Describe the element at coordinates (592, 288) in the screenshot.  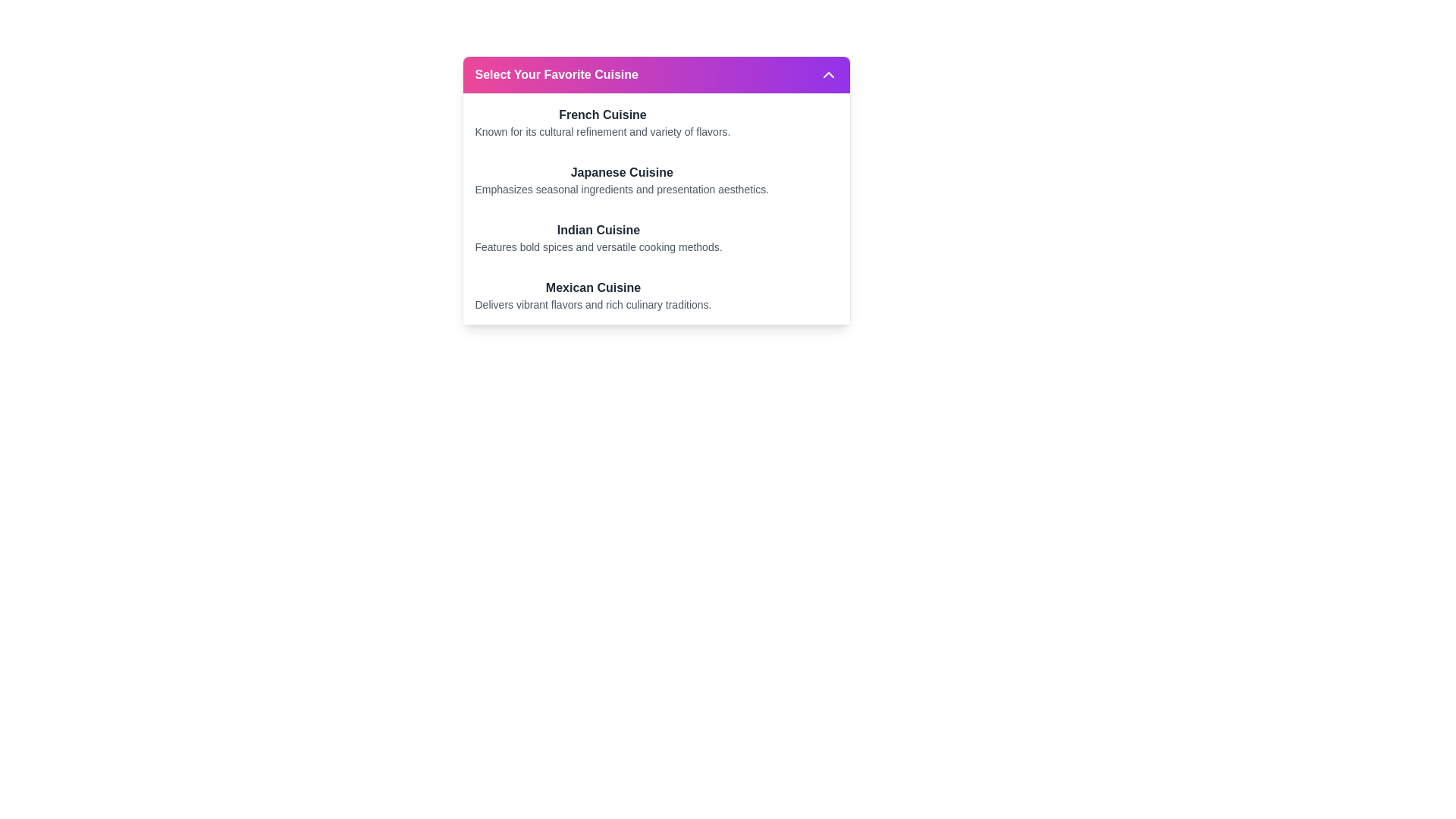
I see `the adjacent area next to the text label denoting the title of the last cuisine option in the list, which is positioned above the descriptive text about vibrant flavors and culinary traditions` at that location.